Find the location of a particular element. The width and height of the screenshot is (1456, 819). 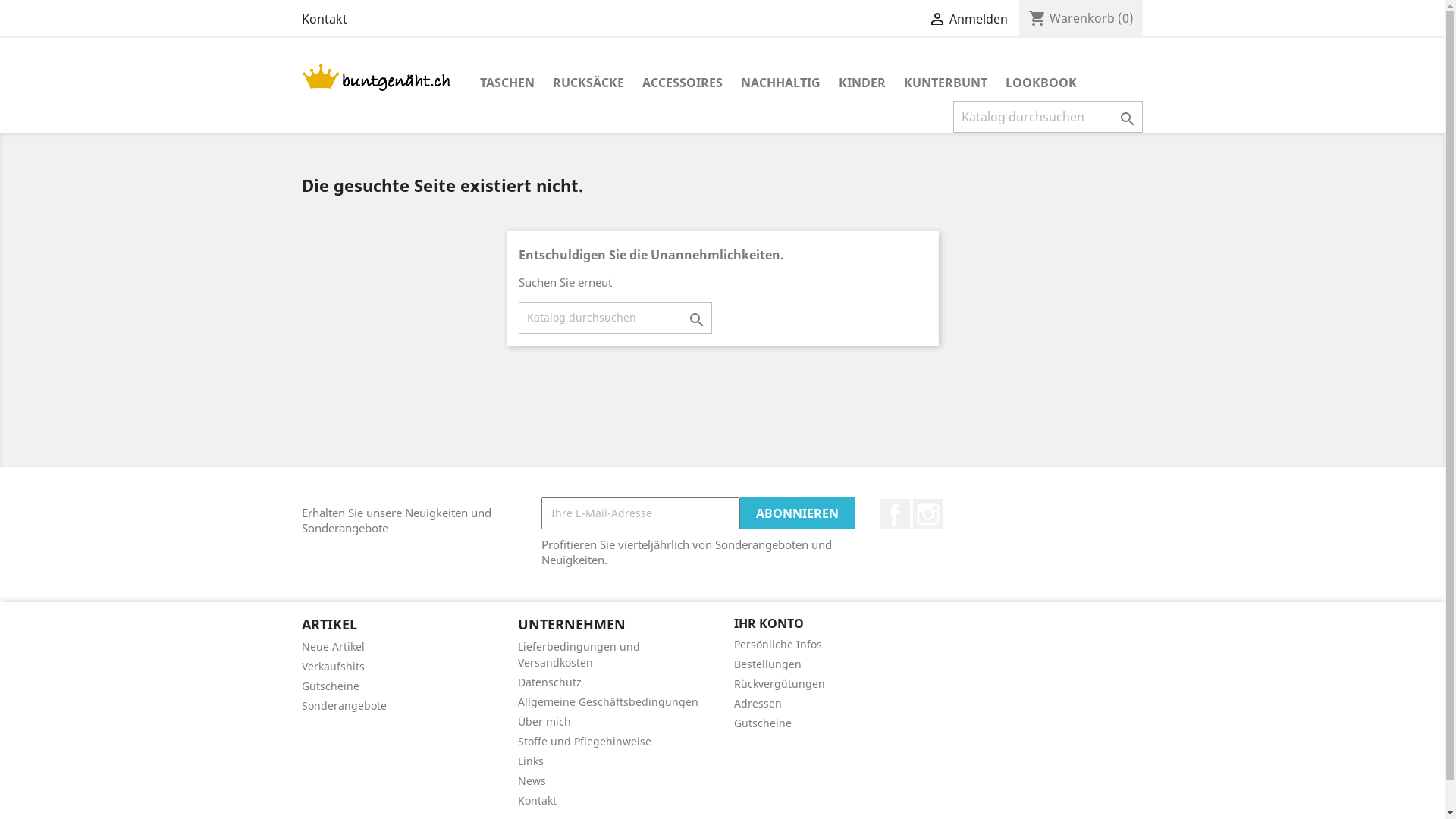

'Abonnieren' is located at coordinates (796, 513).